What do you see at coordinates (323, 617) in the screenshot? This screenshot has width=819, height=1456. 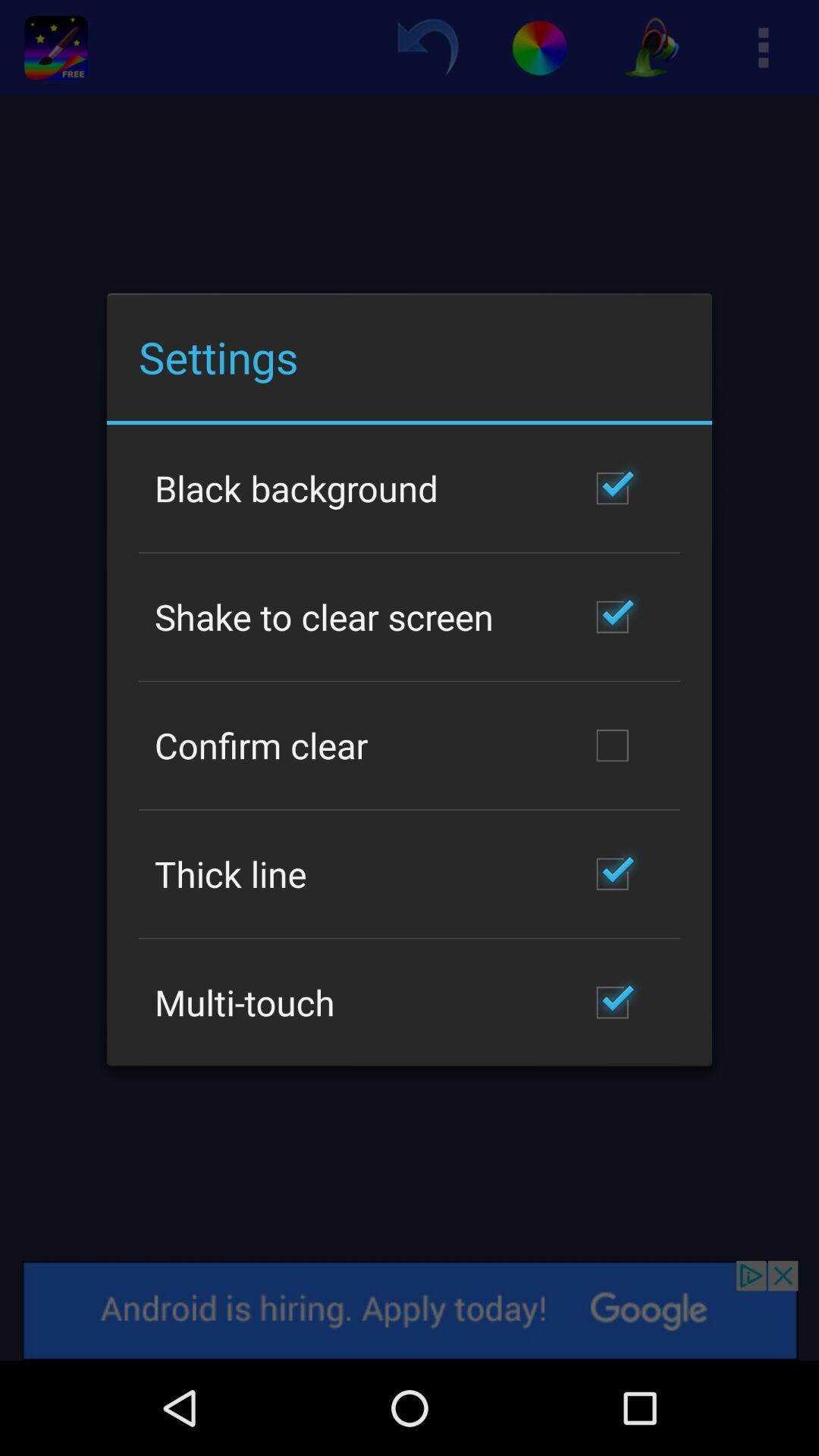 I see `the shake to clear` at bounding box center [323, 617].